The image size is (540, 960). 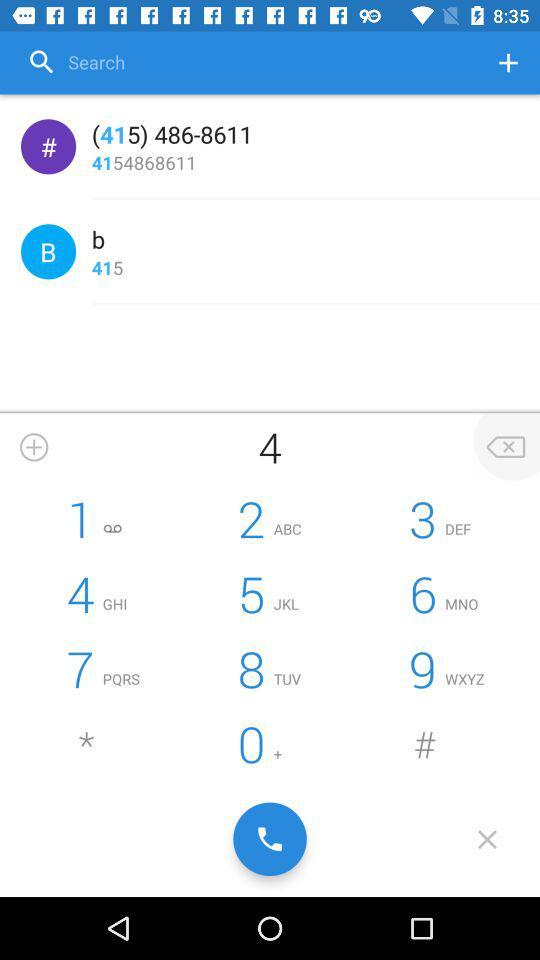 What do you see at coordinates (508, 62) in the screenshot?
I see `a new search` at bounding box center [508, 62].